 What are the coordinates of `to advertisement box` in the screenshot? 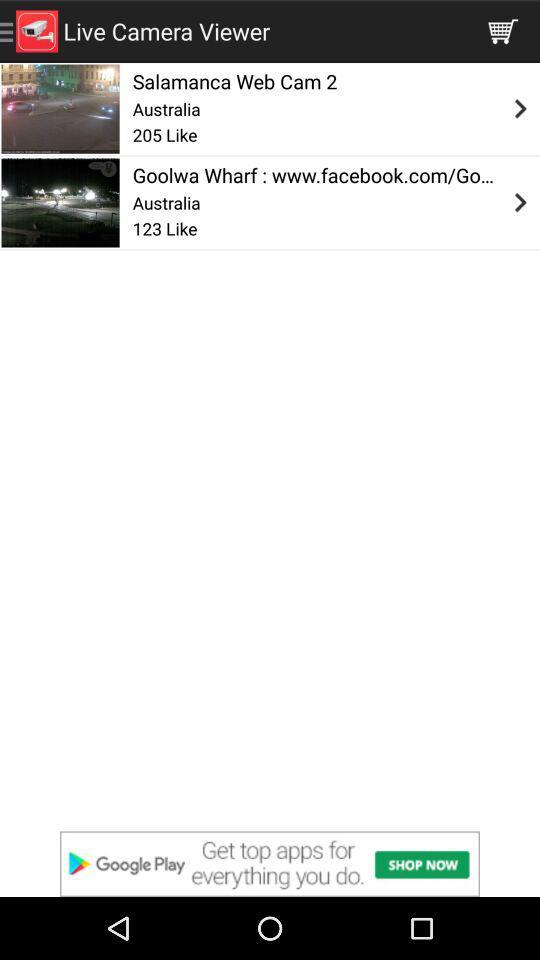 It's located at (270, 863).